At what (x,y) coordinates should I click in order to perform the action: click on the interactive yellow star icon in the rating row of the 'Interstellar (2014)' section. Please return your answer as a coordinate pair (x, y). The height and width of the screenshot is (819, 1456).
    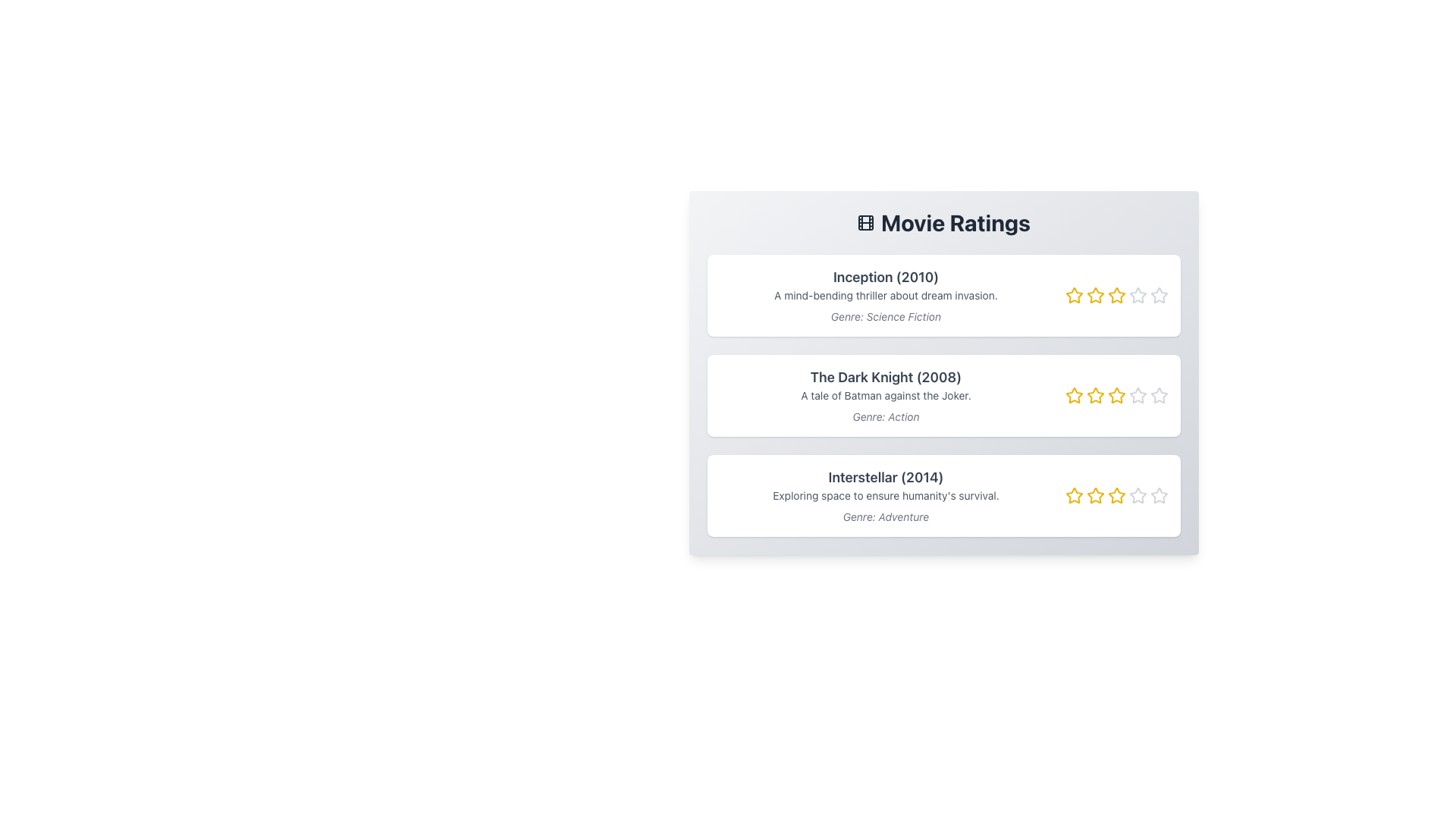
    Looking at the image, I should click on (1116, 496).